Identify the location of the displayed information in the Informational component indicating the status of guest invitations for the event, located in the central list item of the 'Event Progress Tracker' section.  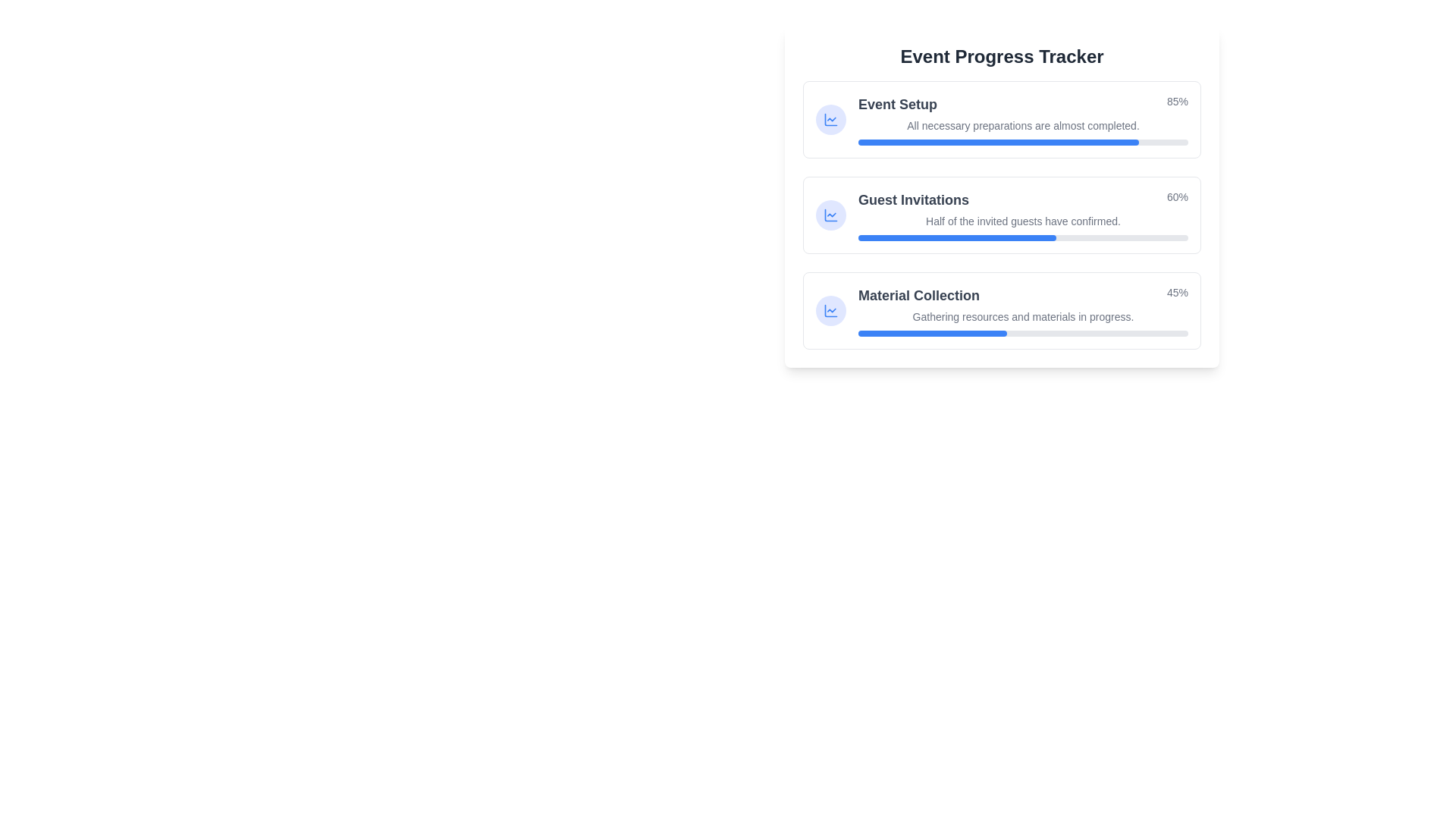
(1023, 215).